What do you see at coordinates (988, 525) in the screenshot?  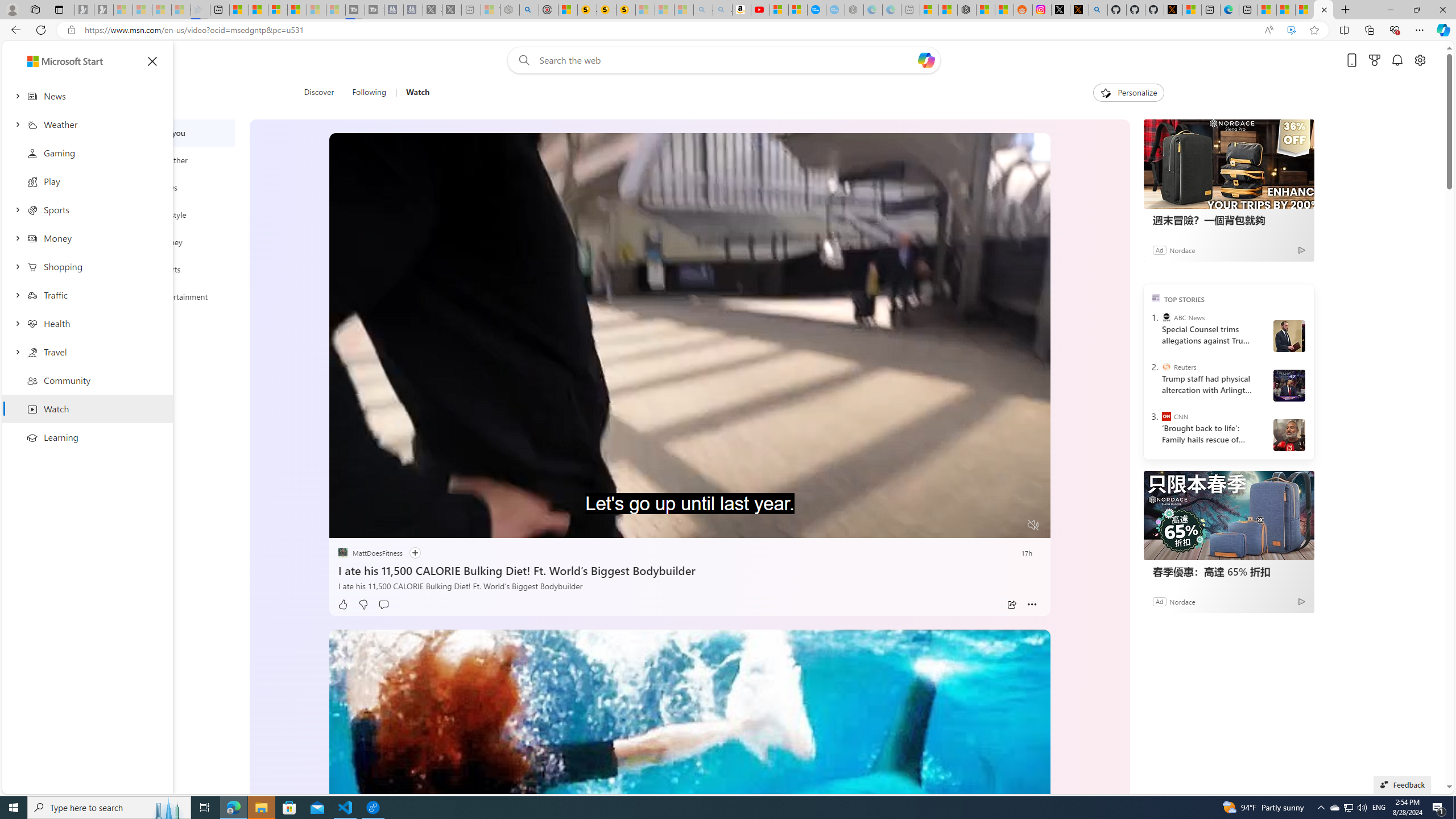 I see `'Captions'` at bounding box center [988, 525].